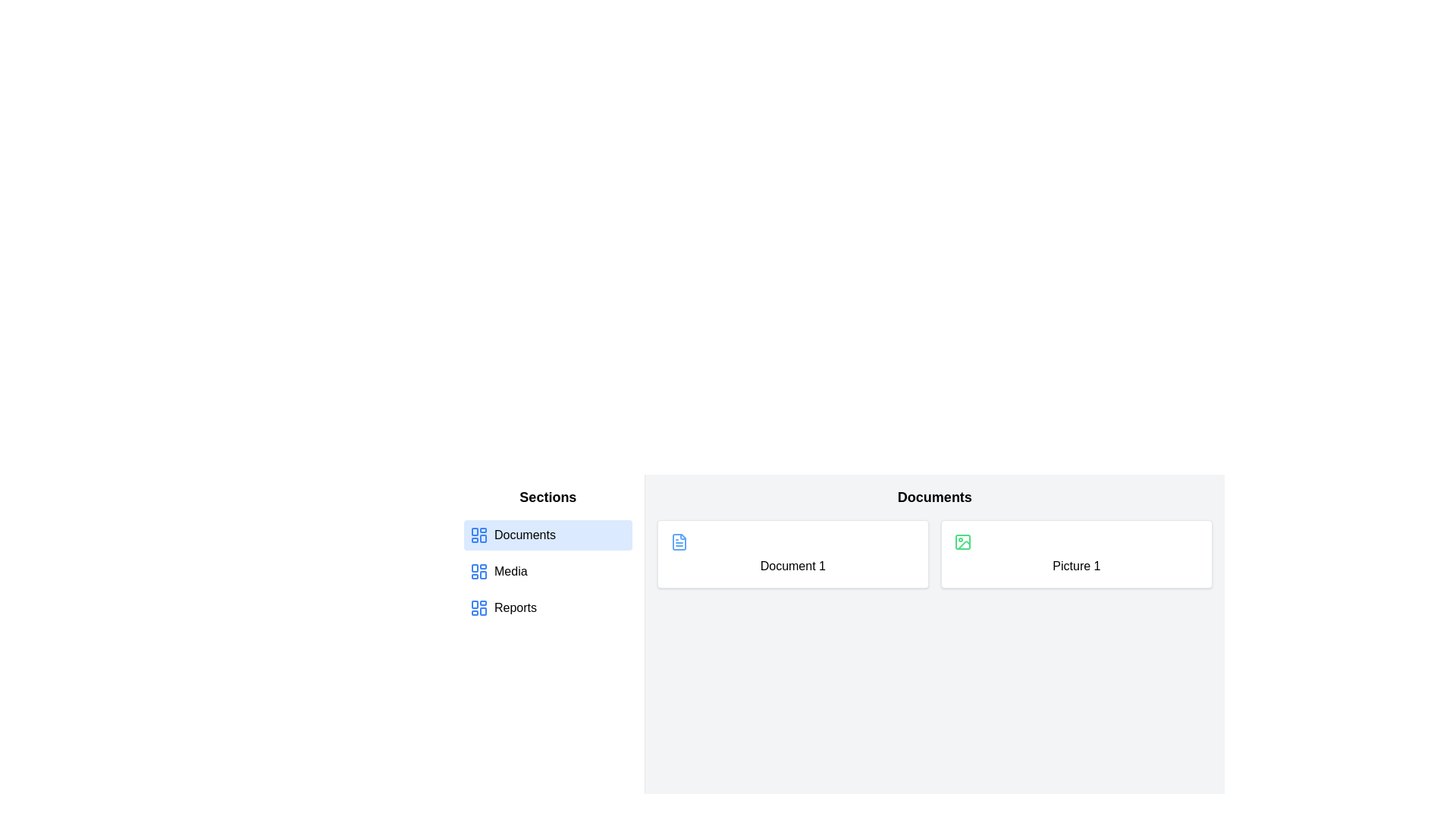 The height and width of the screenshot is (819, 1456). I want to click on the blue icon element in the sidebar menu, so click(479, 571).